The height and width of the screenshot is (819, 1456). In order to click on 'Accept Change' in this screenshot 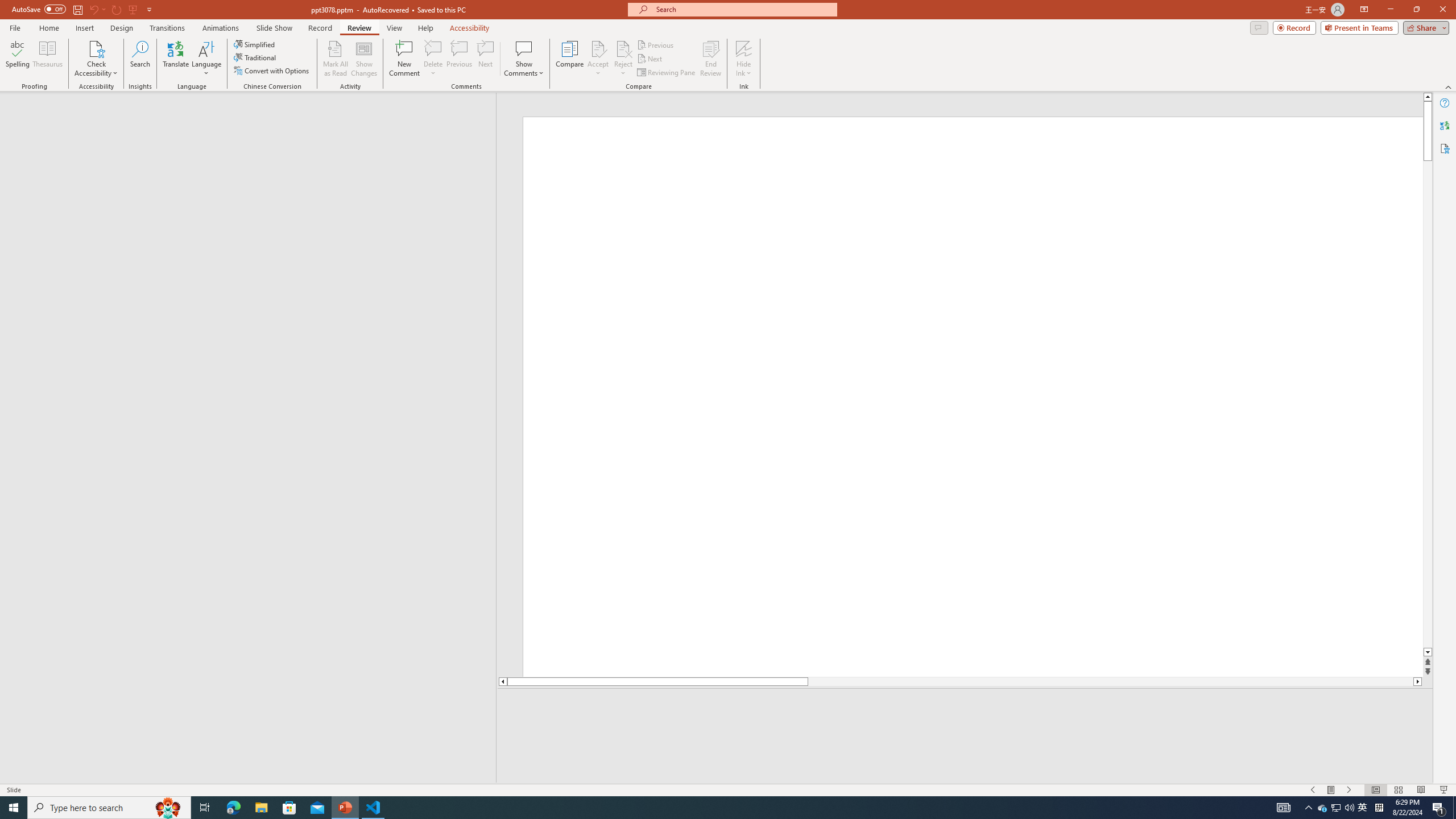, I will do `click(598, 48)`.